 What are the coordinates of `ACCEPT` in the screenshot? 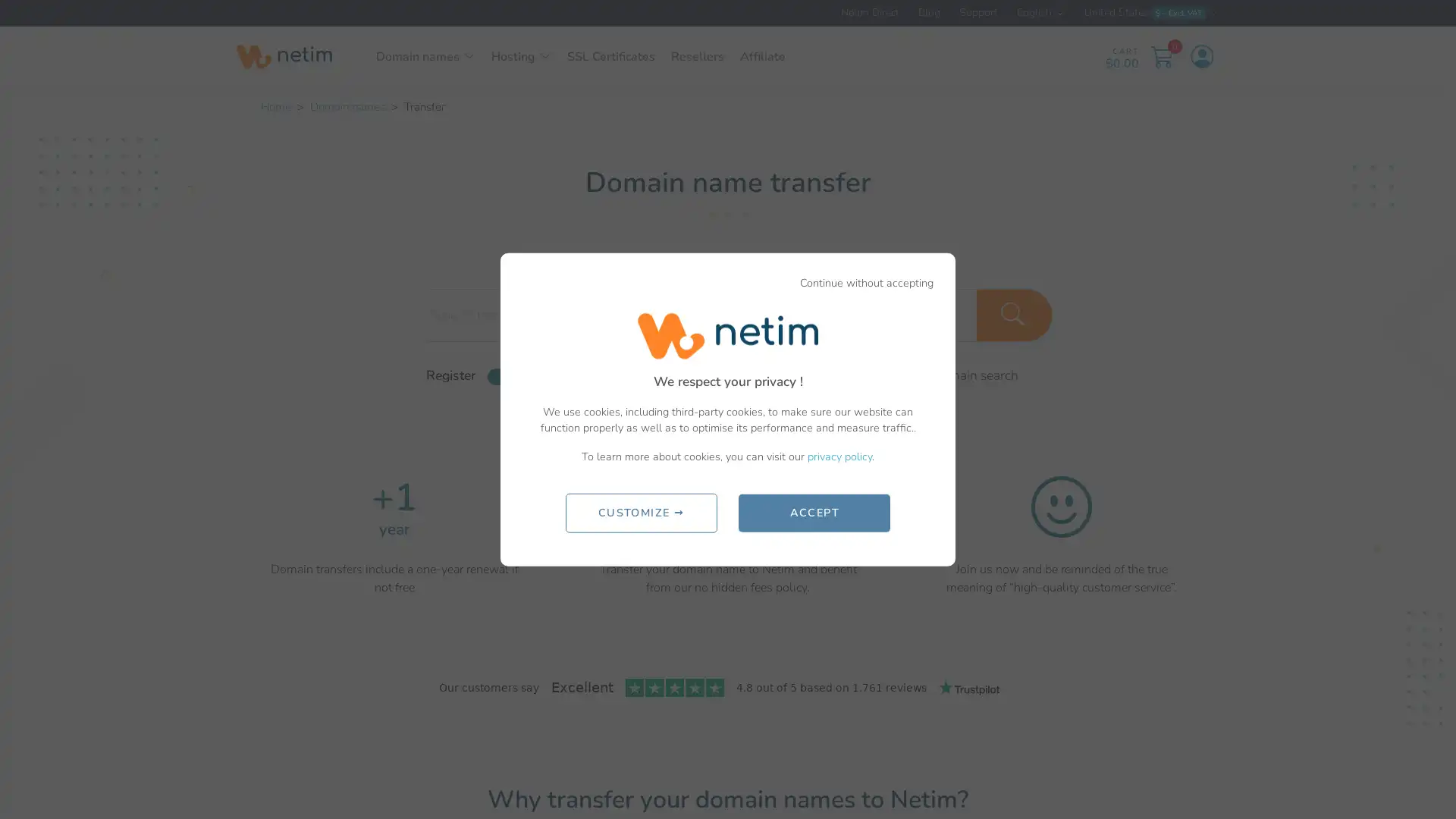 It's located at (814, 512).